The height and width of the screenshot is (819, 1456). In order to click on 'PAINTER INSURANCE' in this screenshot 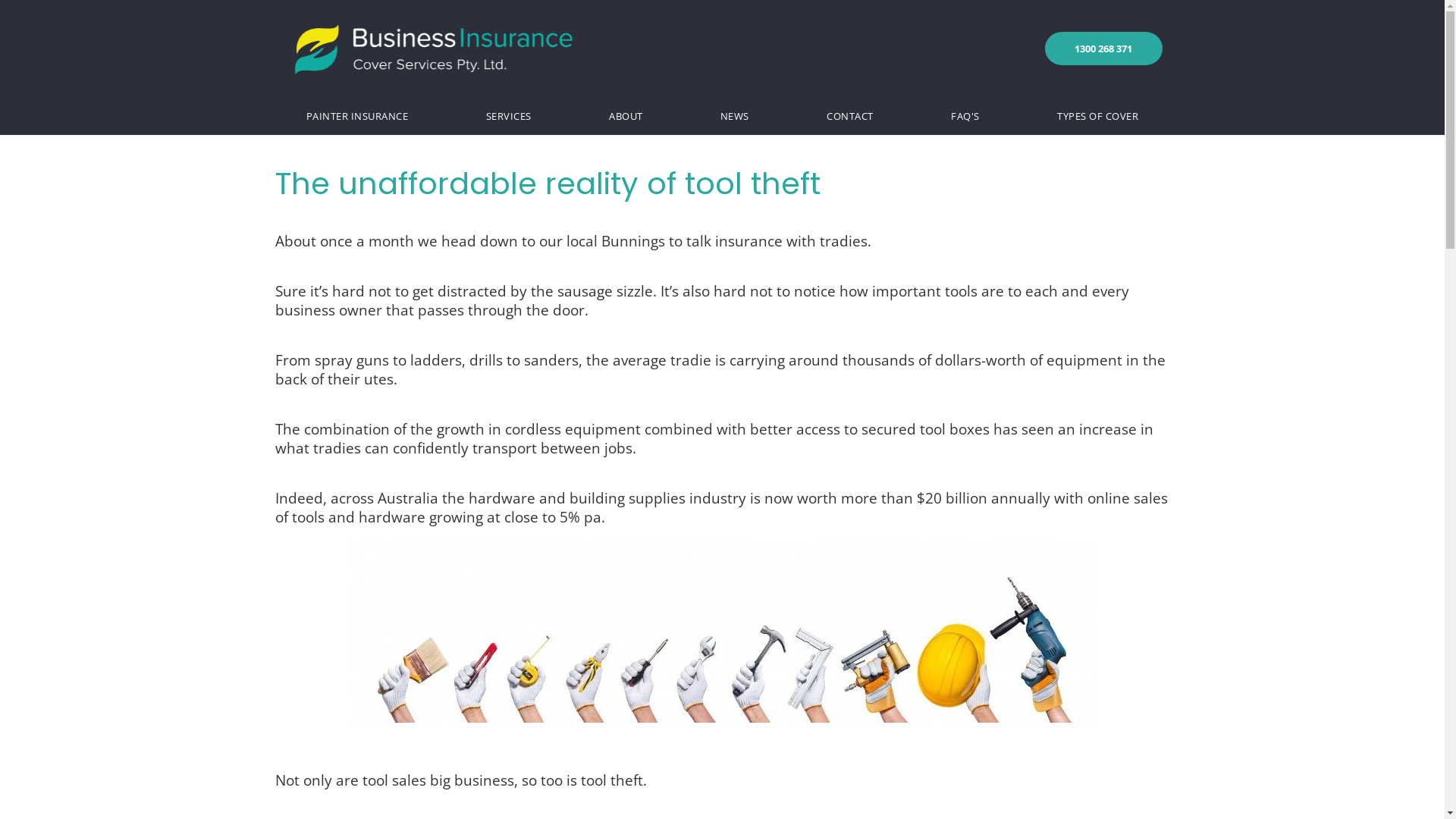, I will do `click(356, 115)`.